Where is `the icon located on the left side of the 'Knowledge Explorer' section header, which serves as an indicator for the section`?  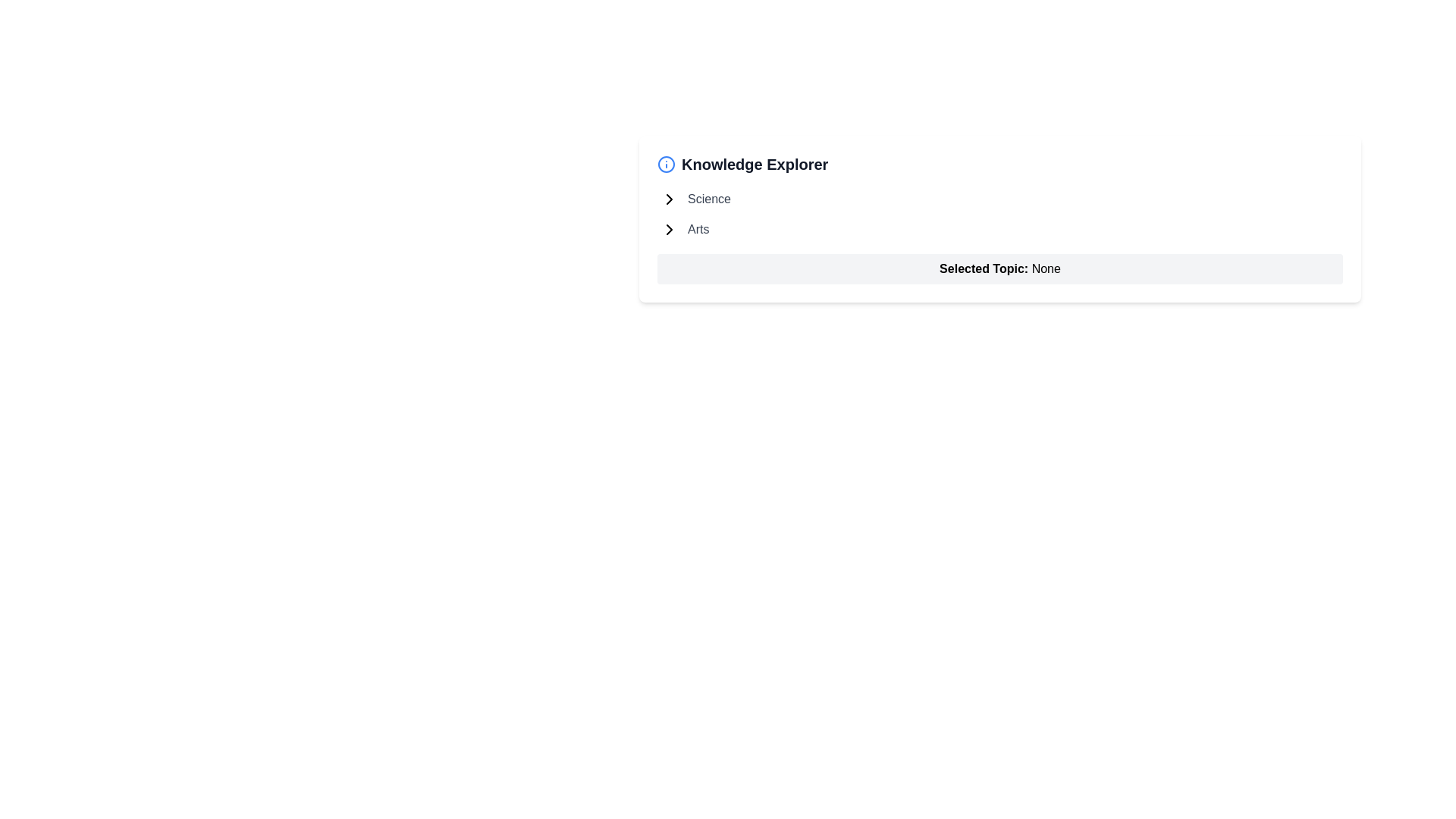 the icon located on the left side of the 'Knowledge Explorer' section header, which serves as an indicator for the section is located at coordinates (666, 164).